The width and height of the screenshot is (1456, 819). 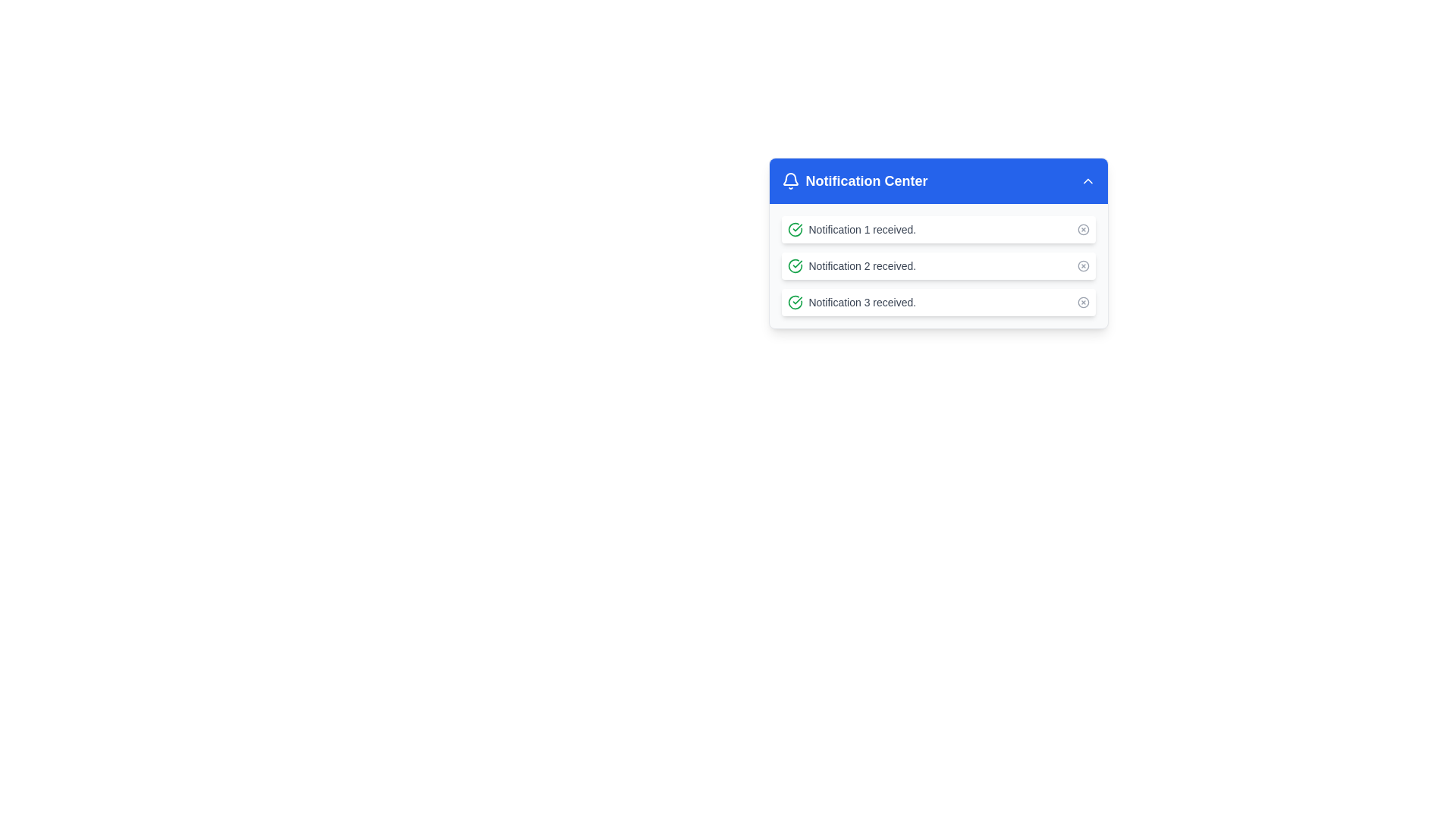 I want to click on the small circular dismiss button with an 'X' icon located on the far right of the 'Notification 1 received.' row, so click(x=1082, y=230).